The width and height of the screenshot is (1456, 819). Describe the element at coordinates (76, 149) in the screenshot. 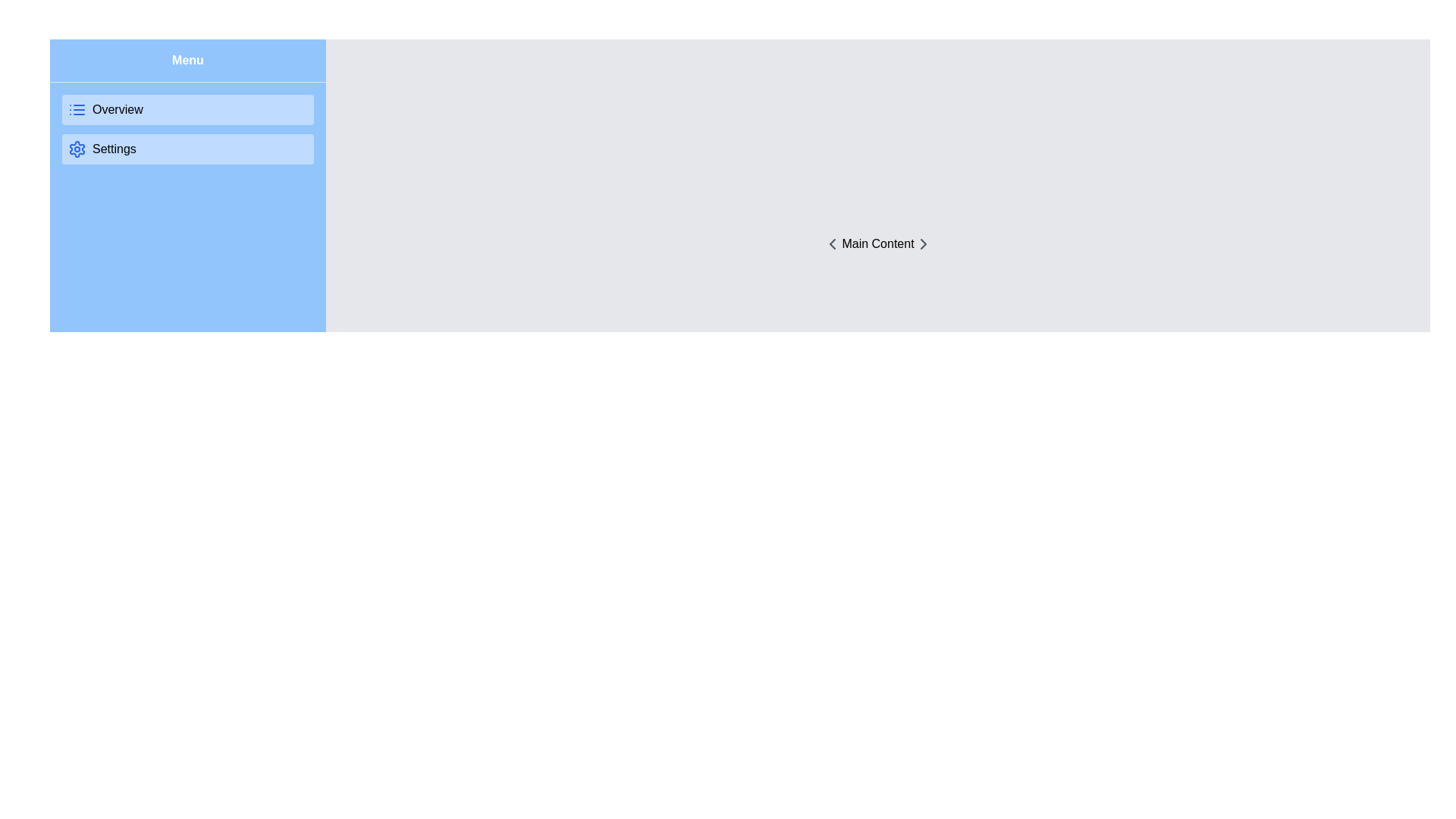

I see `the 'Settings' SVG Icon located in the left sidebar menu, which is positioned before the text 'Settings' within the button` at that location.